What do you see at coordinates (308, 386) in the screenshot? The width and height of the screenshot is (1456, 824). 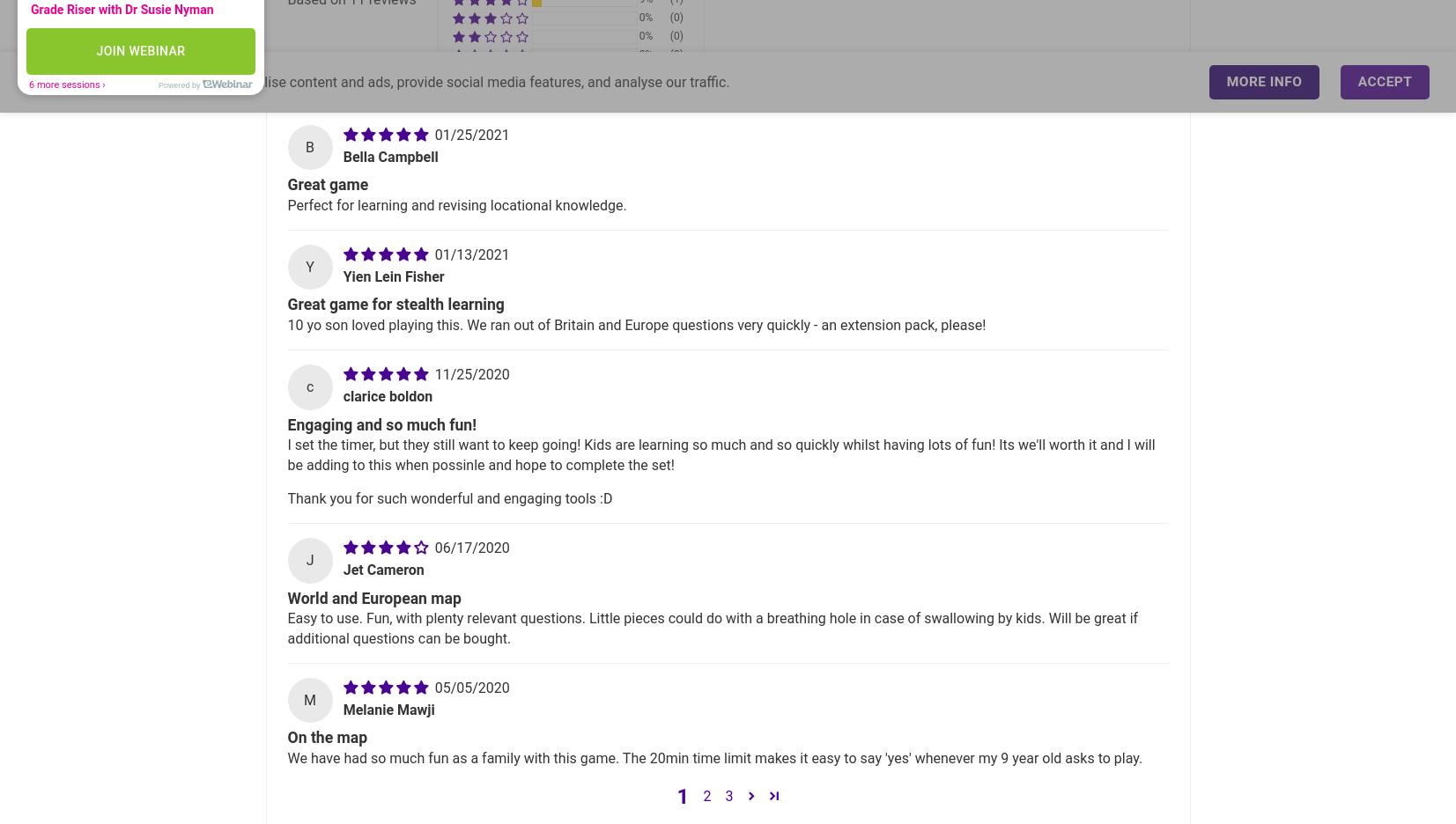 I see `'c'` at bounding box center [308, 386].